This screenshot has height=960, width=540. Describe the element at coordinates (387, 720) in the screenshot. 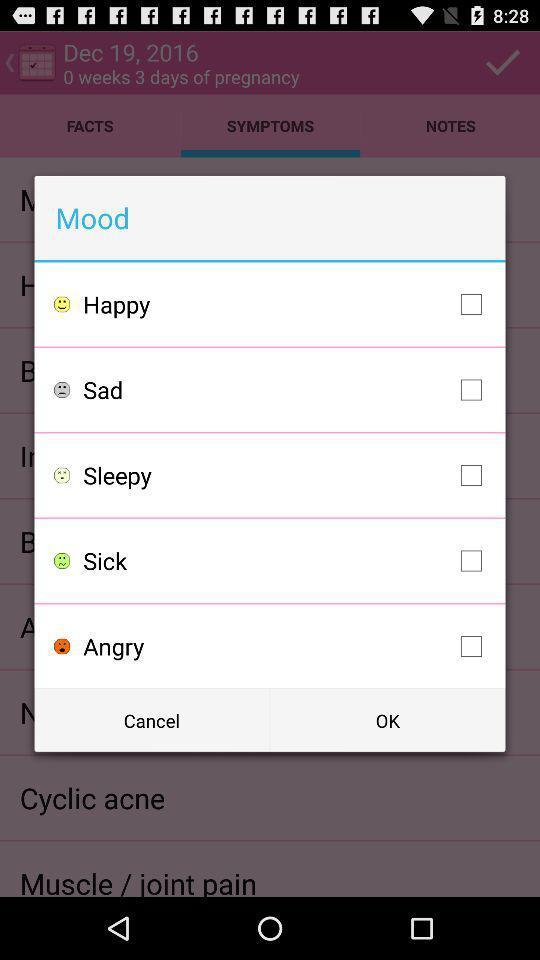

I see `the icon below angry icon` at that location.